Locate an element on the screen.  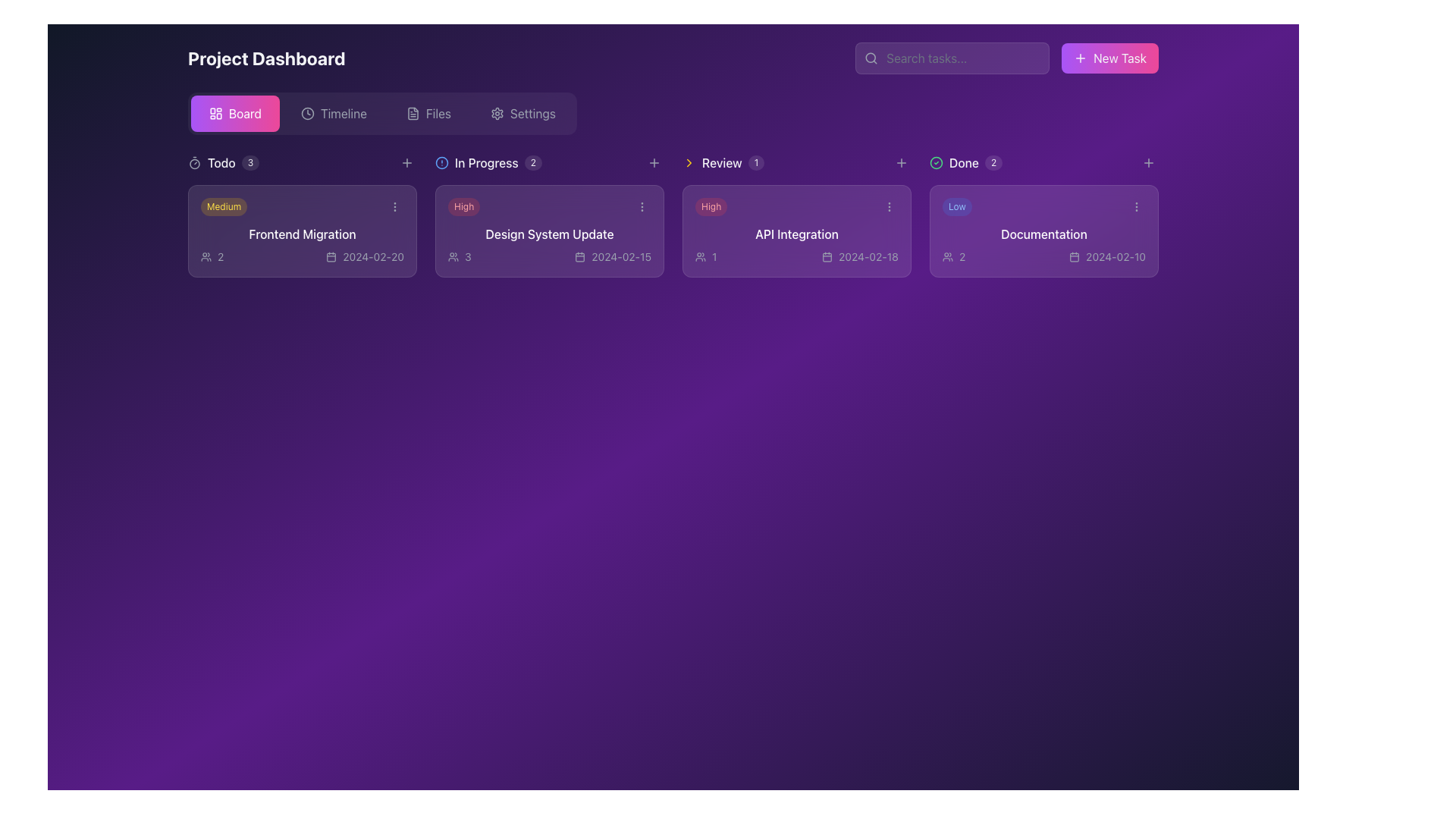
the 'Review 1' indicator with a yellow chevron icon on a purple background is located at coordinates (723, 163).